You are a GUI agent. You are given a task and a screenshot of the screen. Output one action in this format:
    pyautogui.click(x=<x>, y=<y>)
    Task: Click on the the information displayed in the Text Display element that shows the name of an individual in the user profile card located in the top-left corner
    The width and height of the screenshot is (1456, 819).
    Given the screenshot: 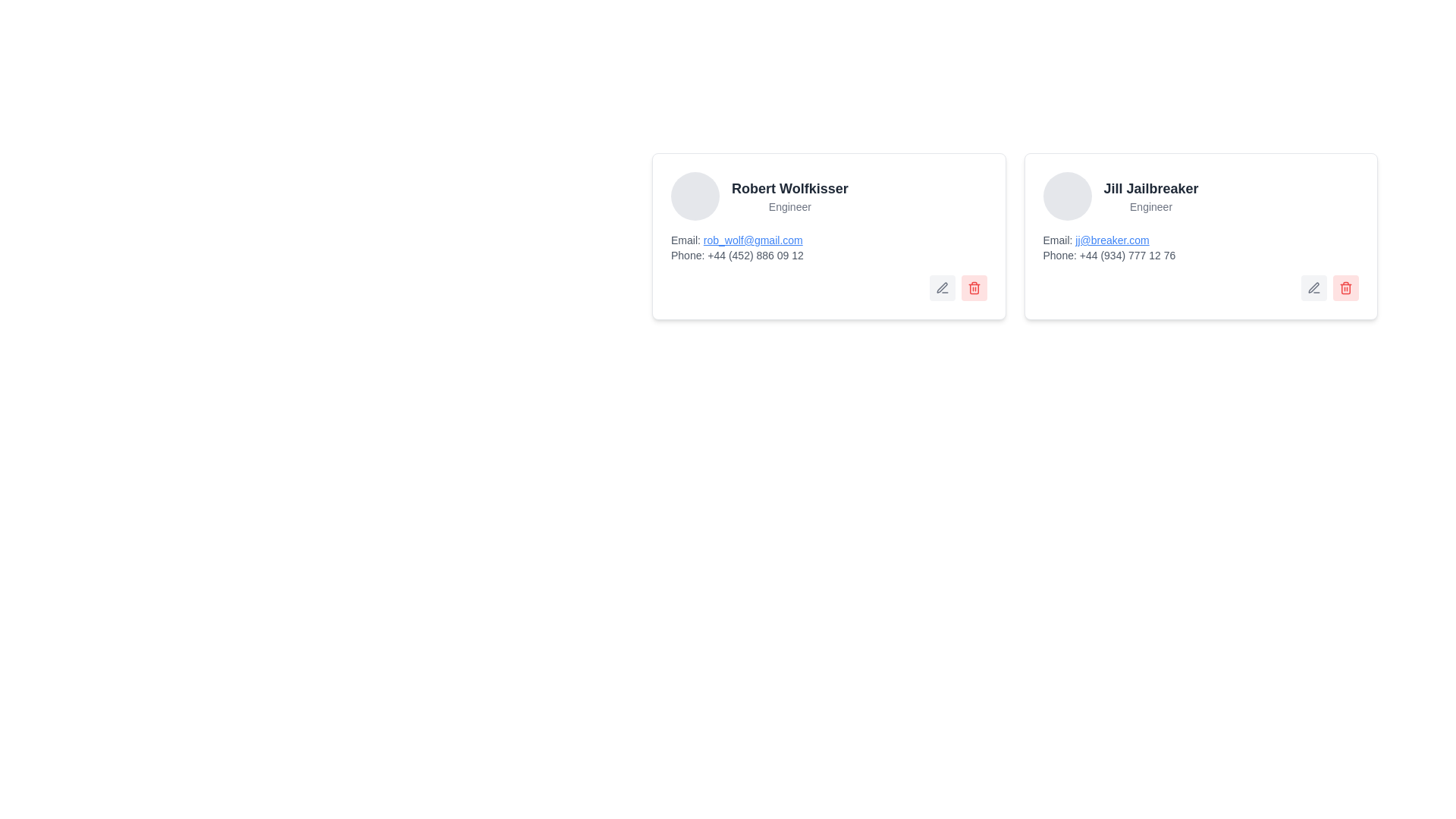 What is the action you would take?
    pyautogui.click(x=789, y=188)
    